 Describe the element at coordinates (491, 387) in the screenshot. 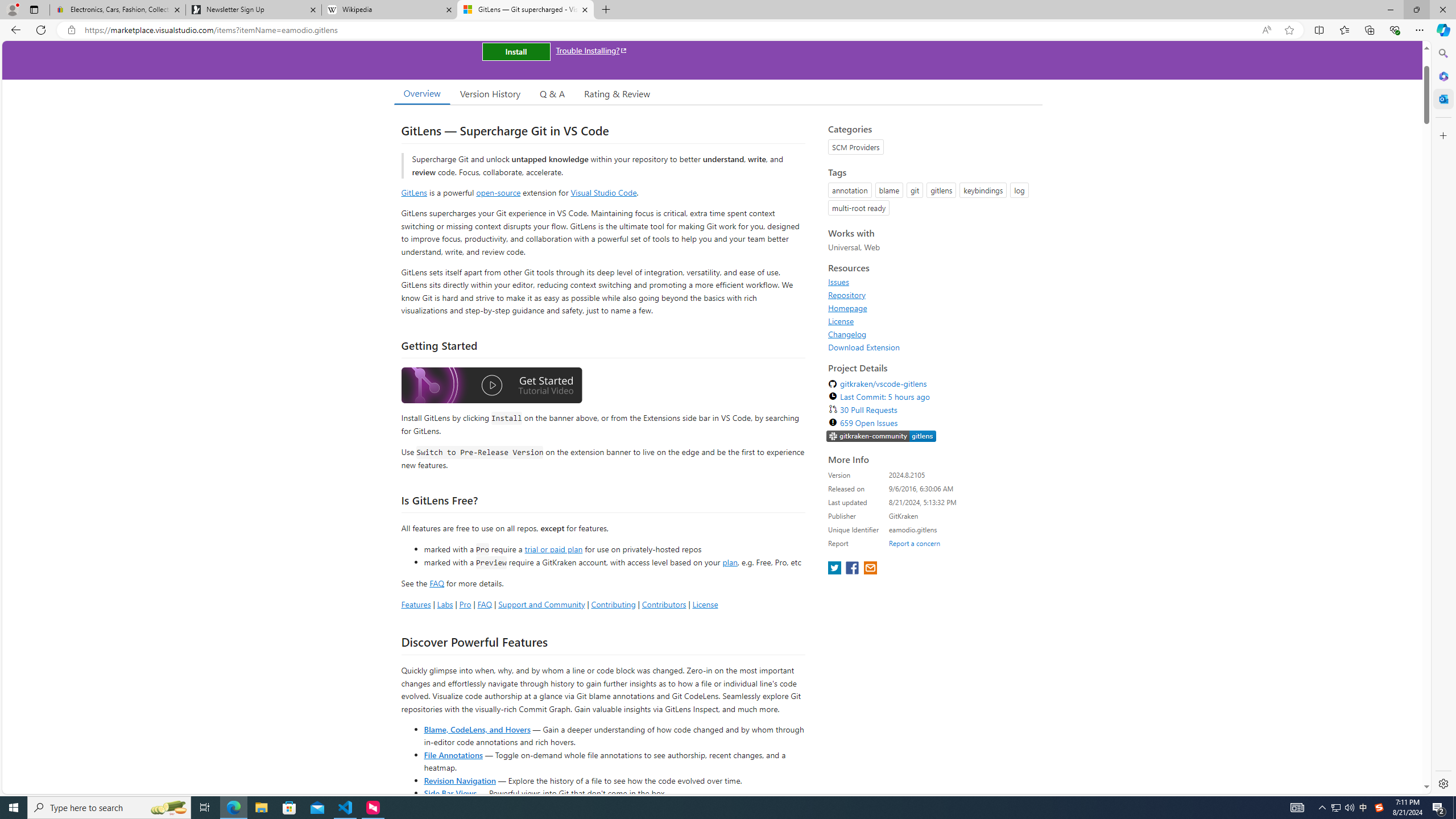

I see `'Watch the GitLens Getting Started video'` at that location.